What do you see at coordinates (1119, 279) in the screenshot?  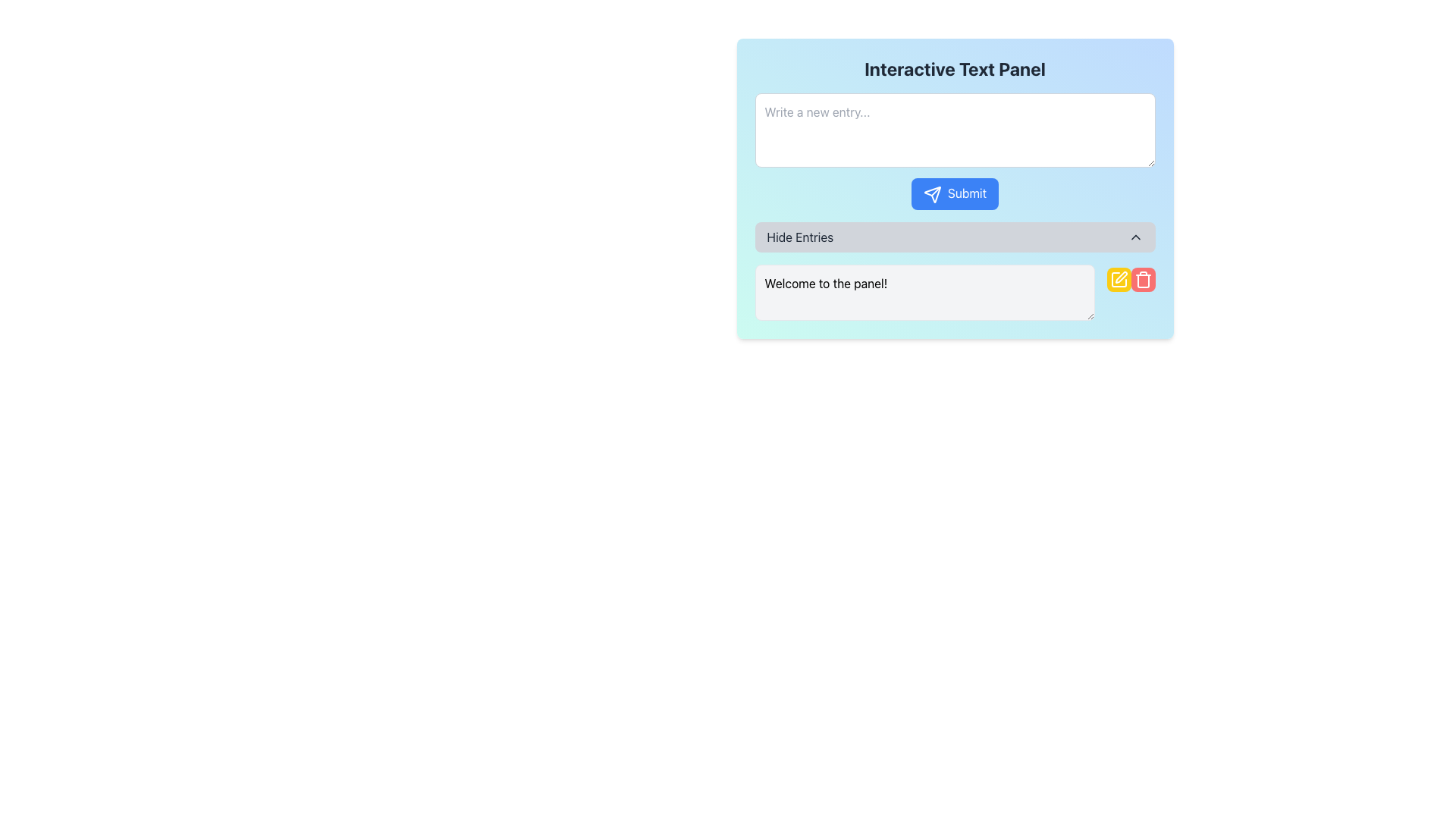 I see `the edit icon button located at the bottom right of the entry section, next to the red delete button, to modify the associated entry` at bounding box center [1119, 279].